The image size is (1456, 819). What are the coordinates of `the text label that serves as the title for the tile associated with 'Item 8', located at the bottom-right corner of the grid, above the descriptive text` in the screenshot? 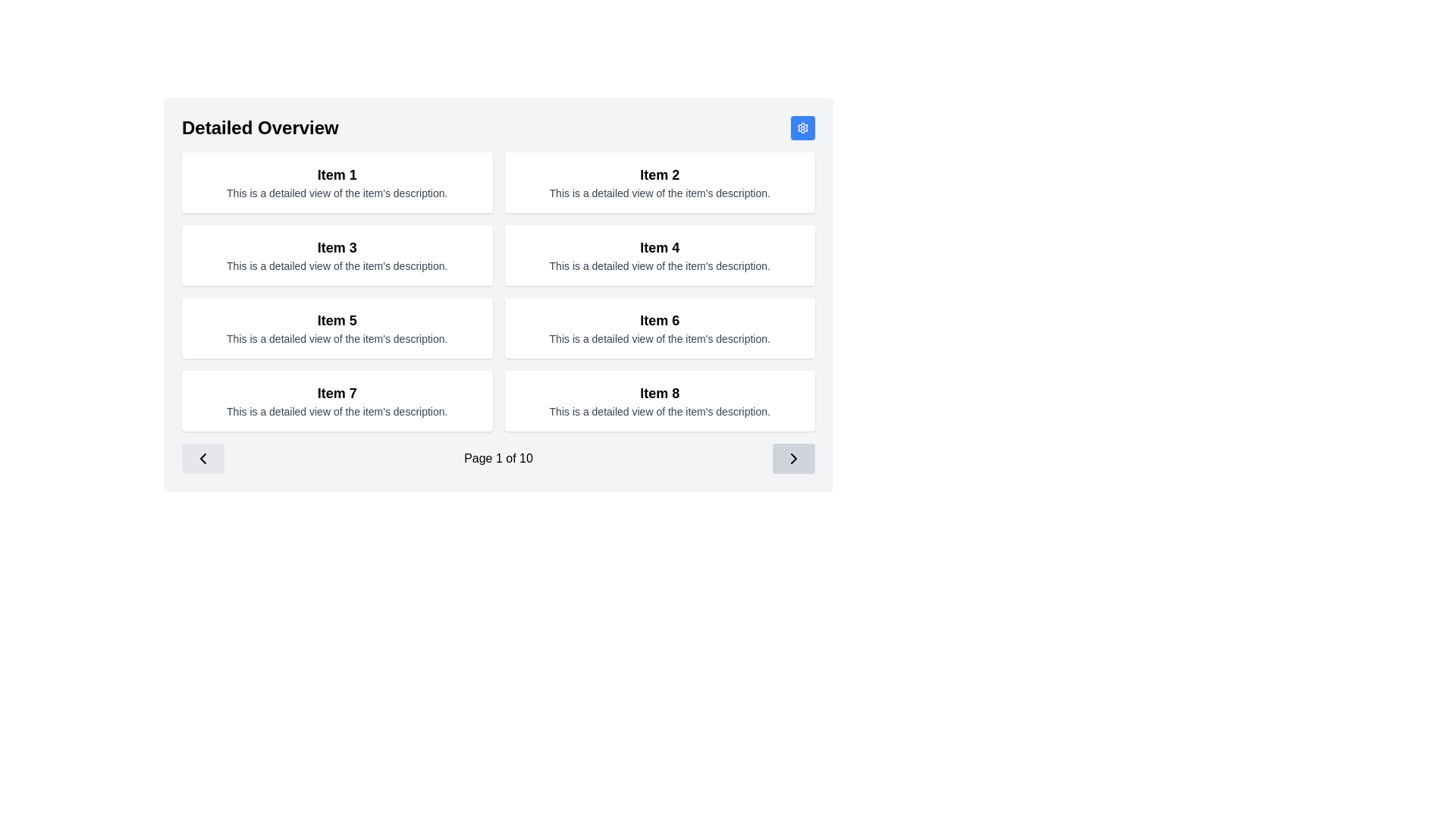 It's located at (660, 393).